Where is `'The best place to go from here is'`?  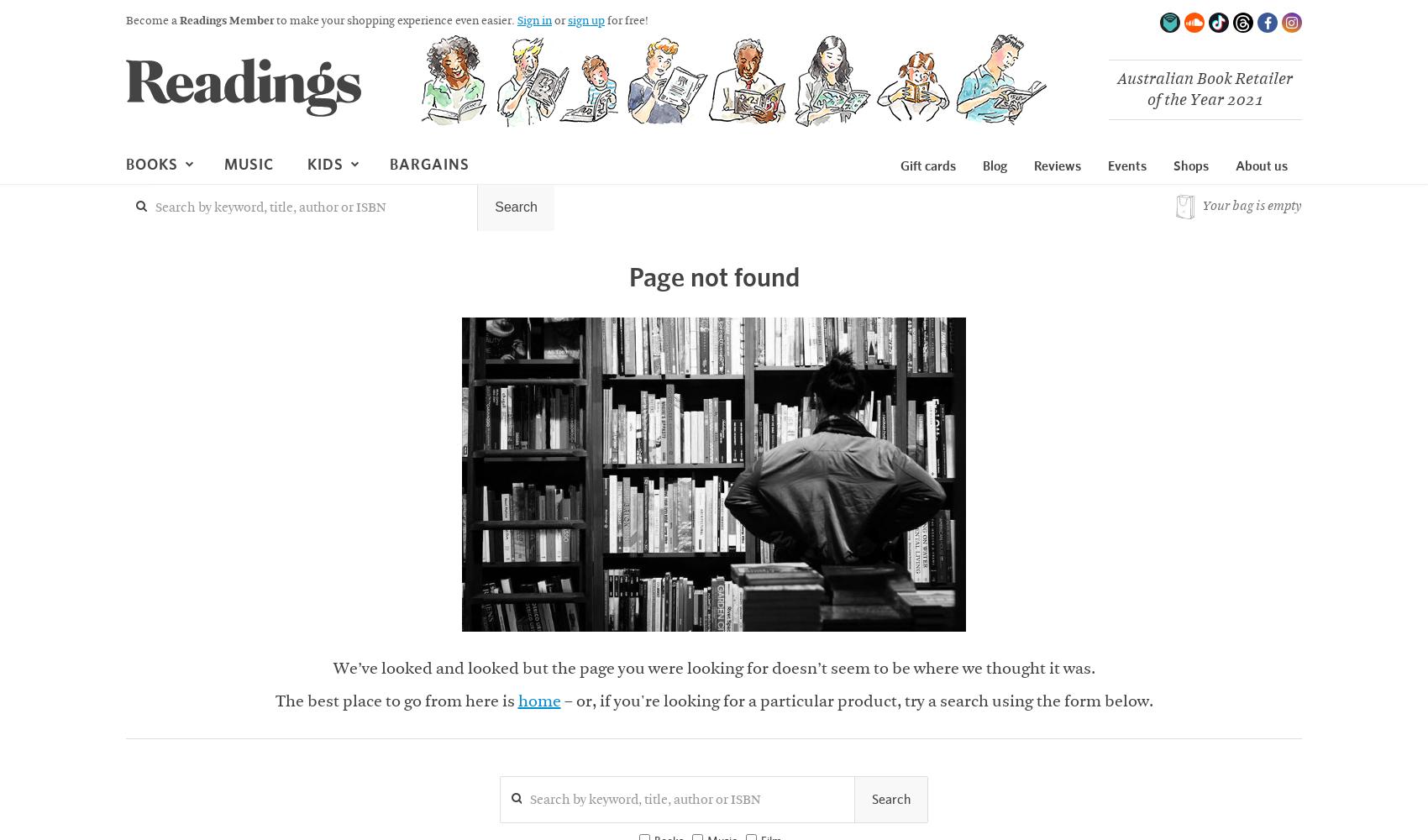
'The best place to go from here is' is located at coordinates (274, 700).